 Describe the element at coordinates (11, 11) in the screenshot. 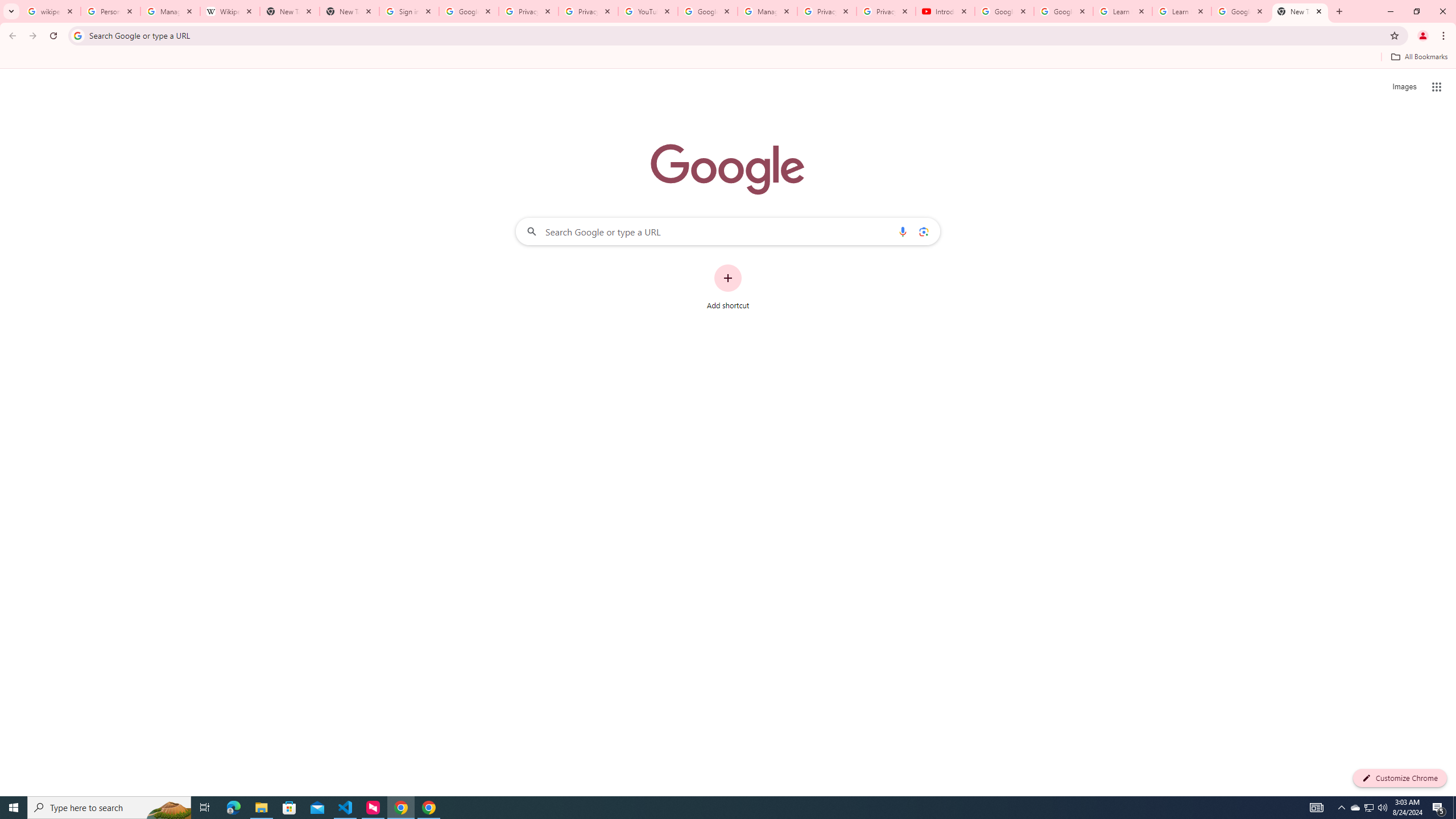

I see `'Search tabs'` at that location.